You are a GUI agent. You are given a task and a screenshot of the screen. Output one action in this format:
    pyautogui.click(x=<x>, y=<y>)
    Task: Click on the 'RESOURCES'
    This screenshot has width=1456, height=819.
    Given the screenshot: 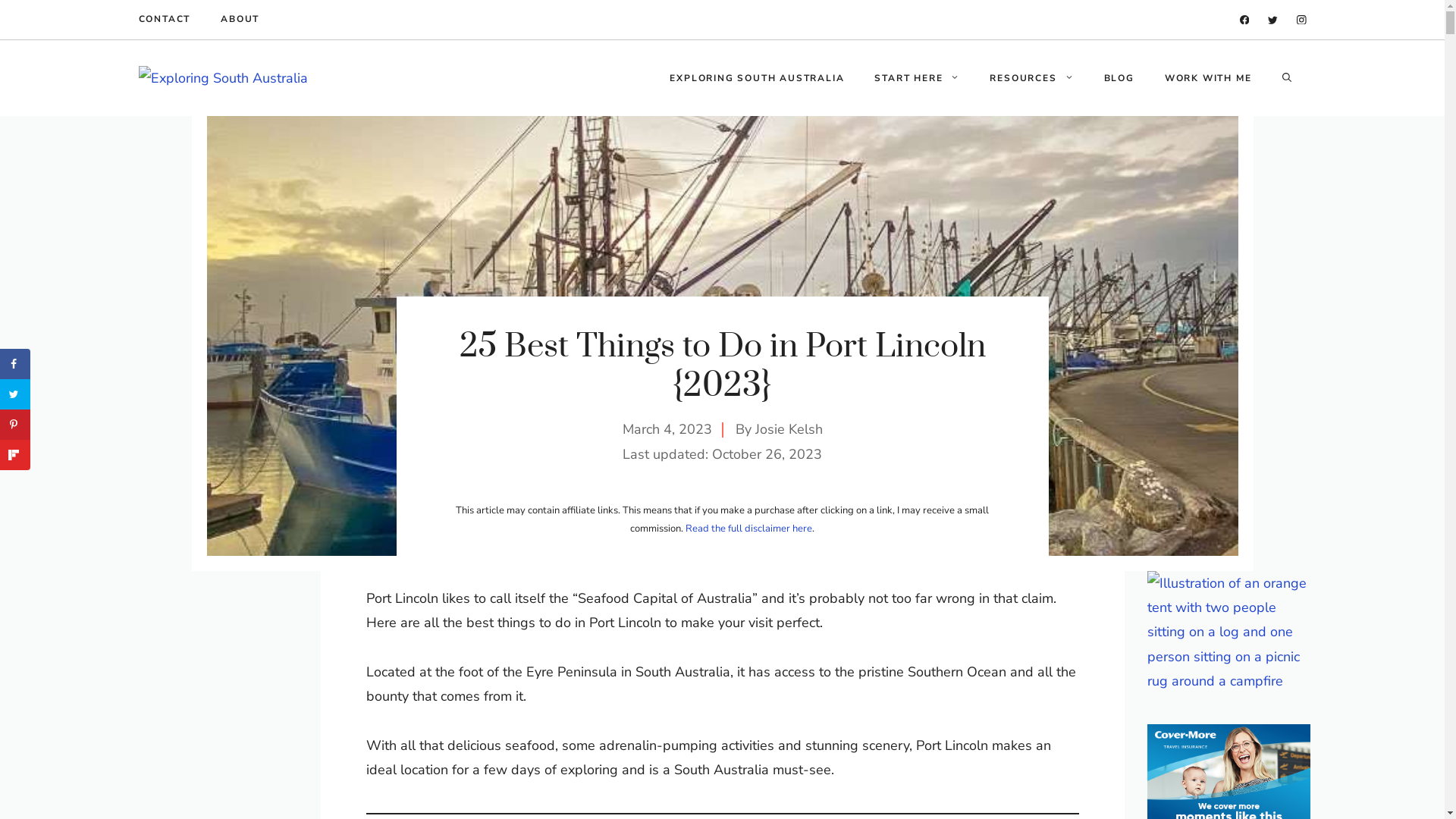 What is the action you would take?
    pyautogui.click(x=1031, y=78)
    